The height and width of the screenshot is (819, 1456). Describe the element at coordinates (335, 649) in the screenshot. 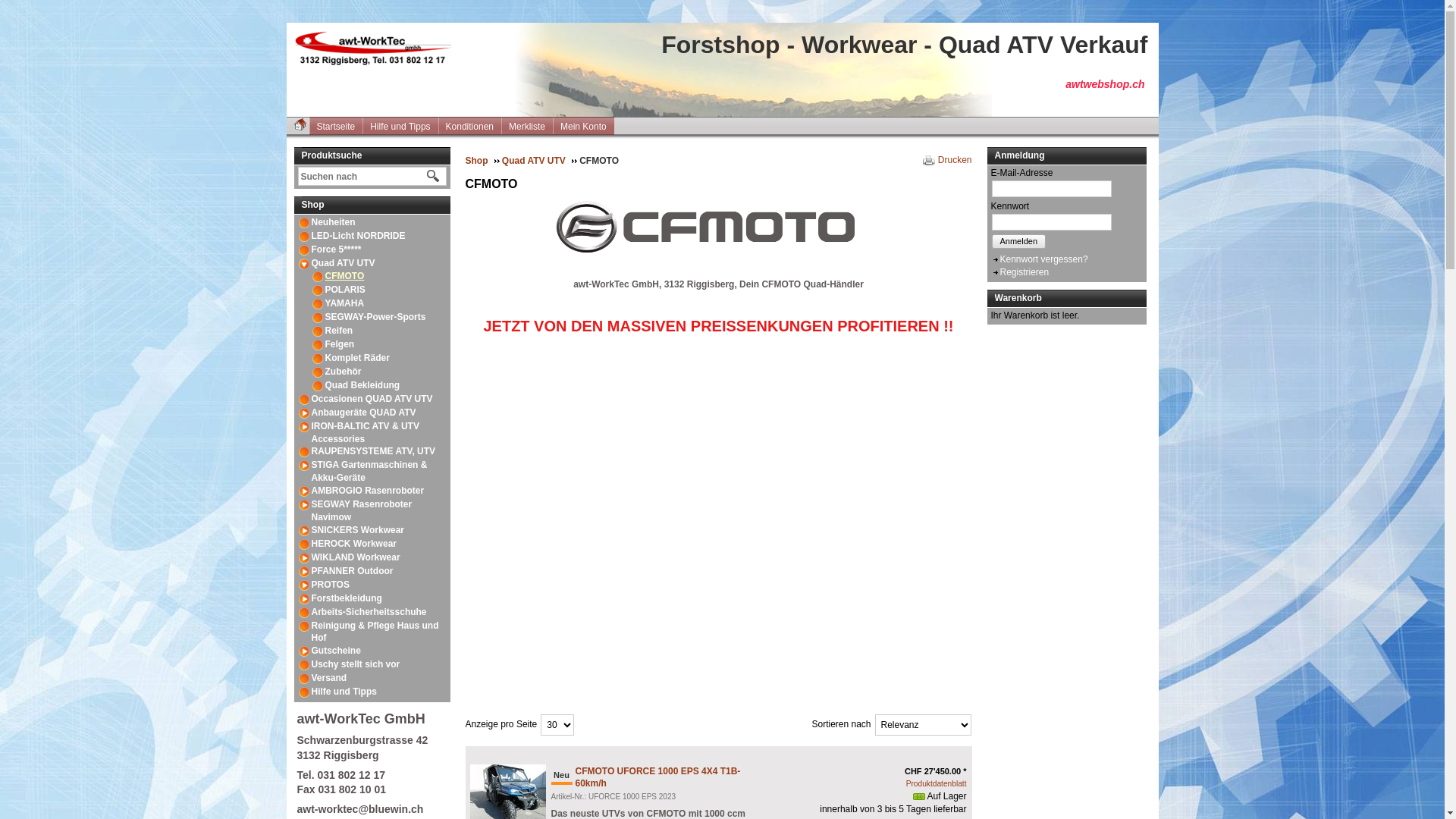

I see `'Gutscheine'` at that location.